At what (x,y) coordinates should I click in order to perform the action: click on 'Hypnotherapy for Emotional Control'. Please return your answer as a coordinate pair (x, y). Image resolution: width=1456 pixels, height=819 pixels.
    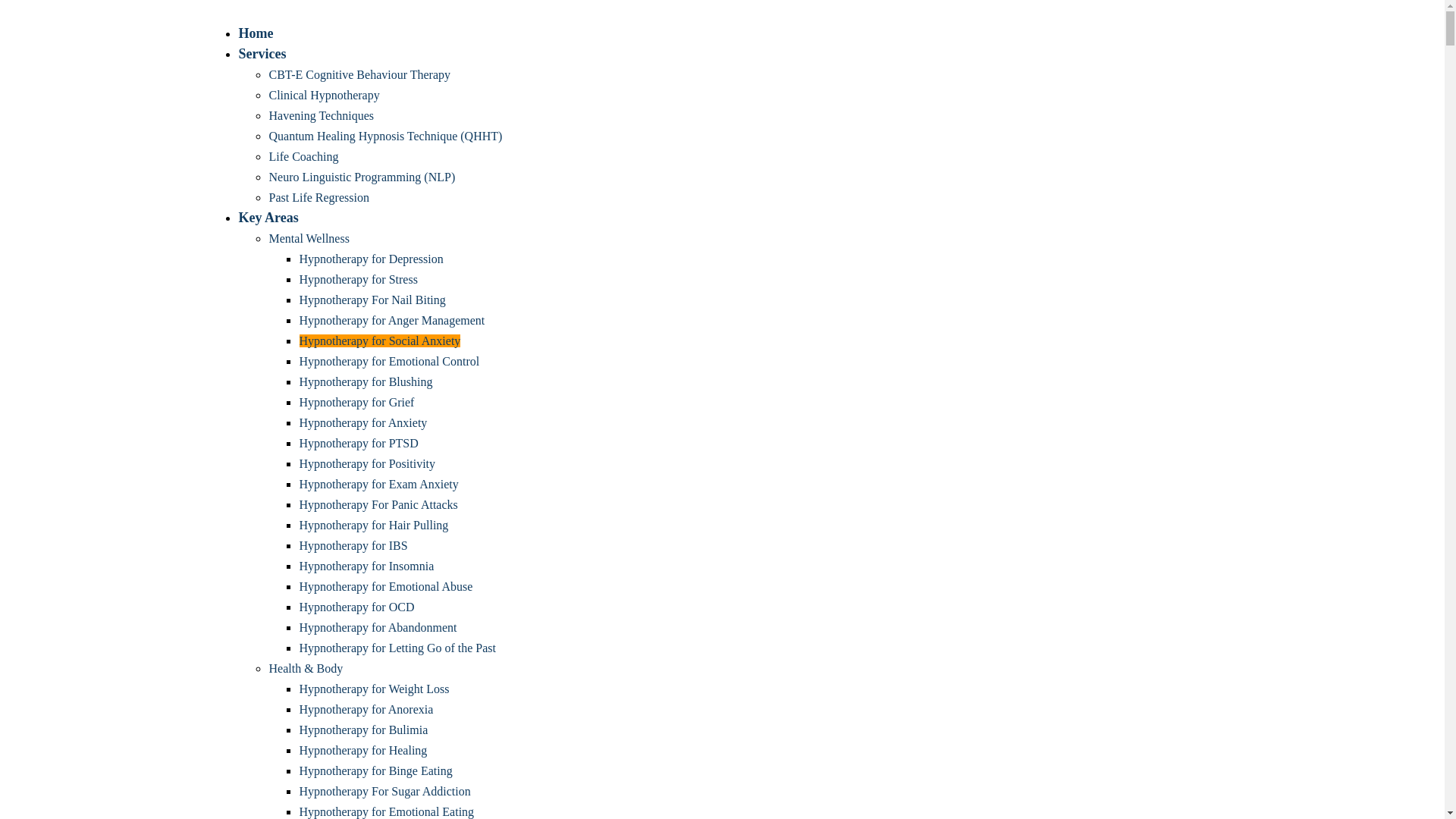
    Looking at the image, I should click on (389, 361).